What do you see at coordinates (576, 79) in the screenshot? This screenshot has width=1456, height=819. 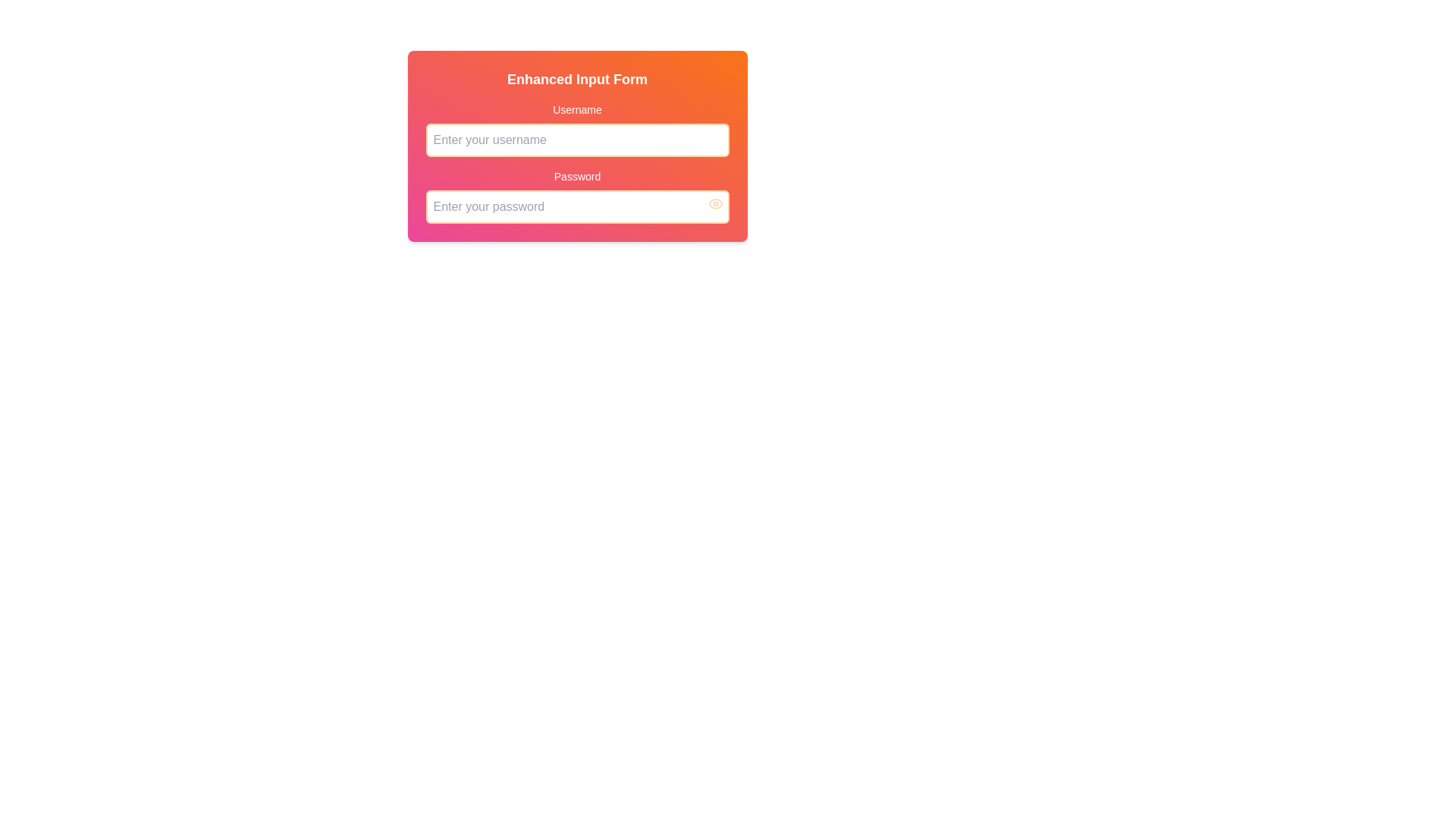 I see `the 'Enhanced Input Form' text block styled as a header` at bounding box center [576, 79].